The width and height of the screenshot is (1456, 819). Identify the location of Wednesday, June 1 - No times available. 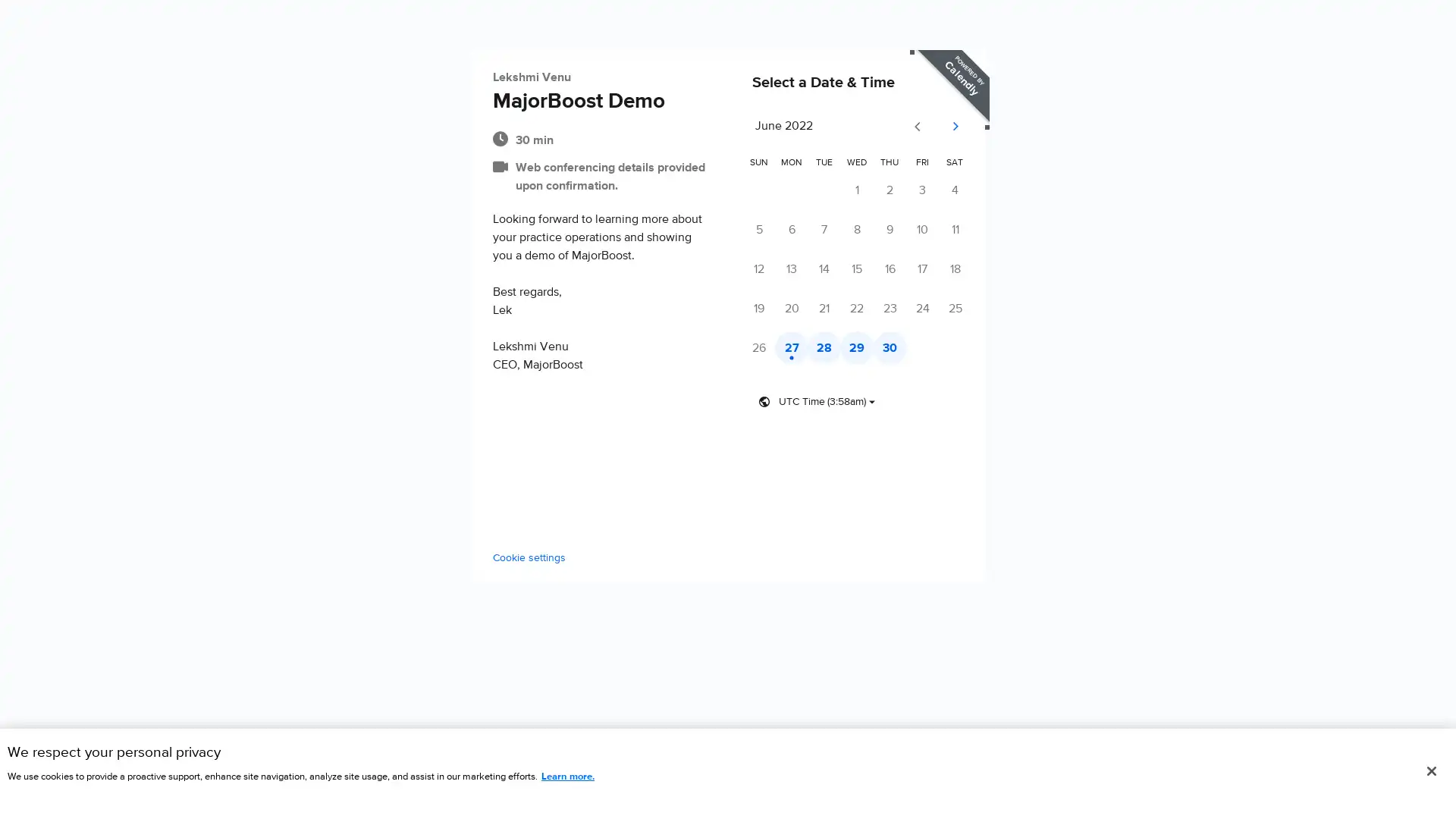
(878, 190).